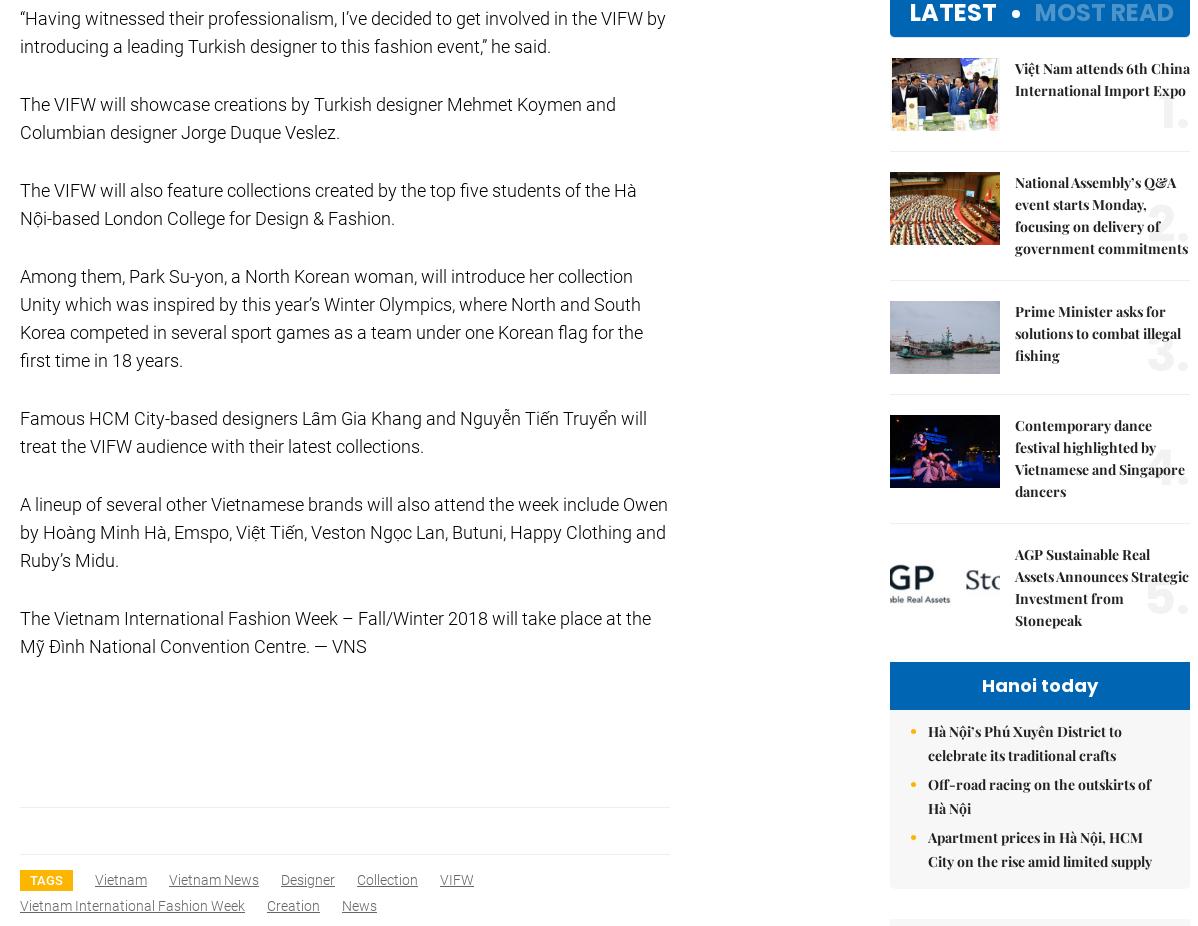 The height and width of the screenshot is (926, 1198). I want to click on 'About us', so click(1021, 84).